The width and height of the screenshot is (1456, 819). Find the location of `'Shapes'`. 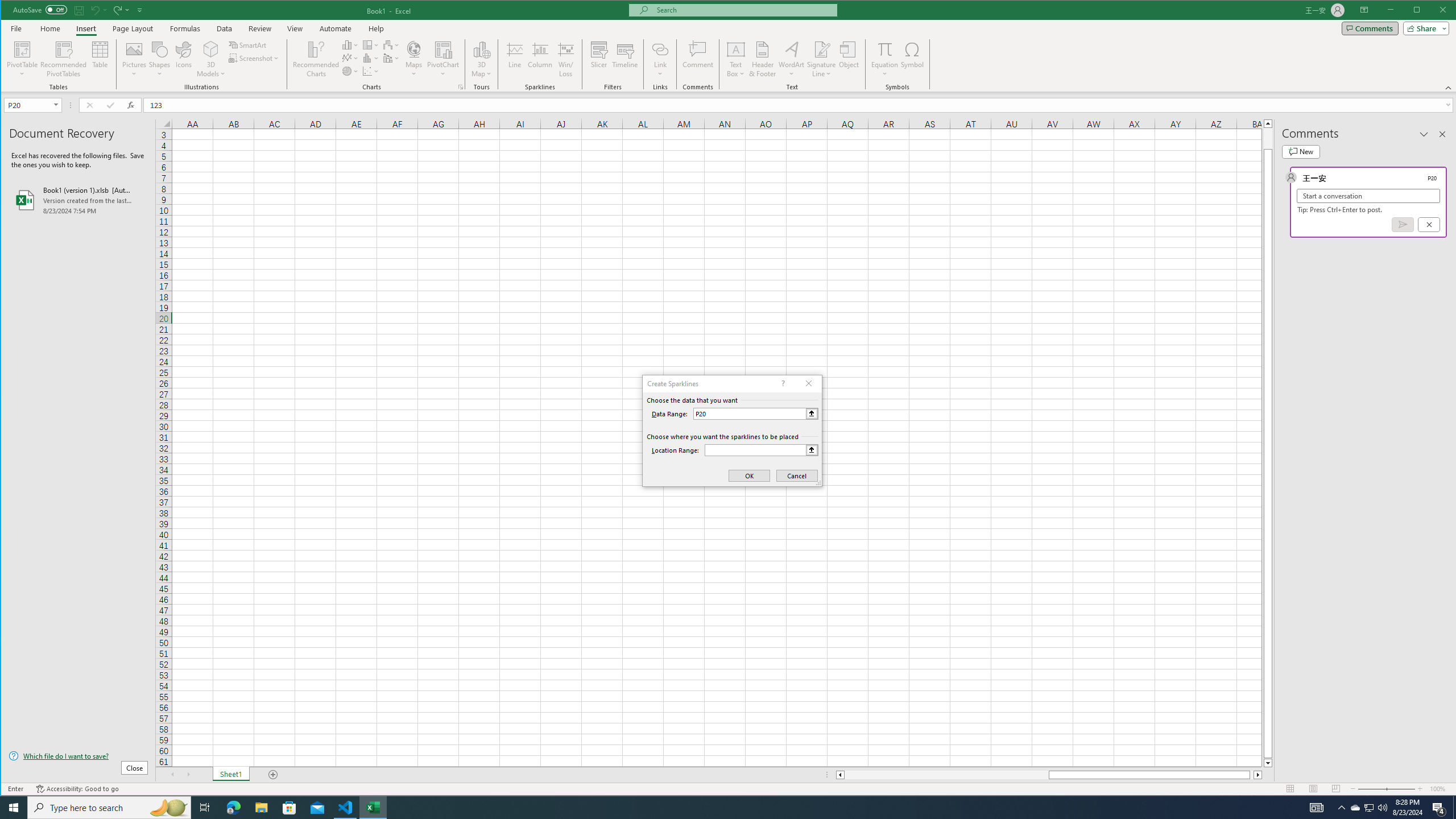

'Shapes' is located at coordinates (160, 59).